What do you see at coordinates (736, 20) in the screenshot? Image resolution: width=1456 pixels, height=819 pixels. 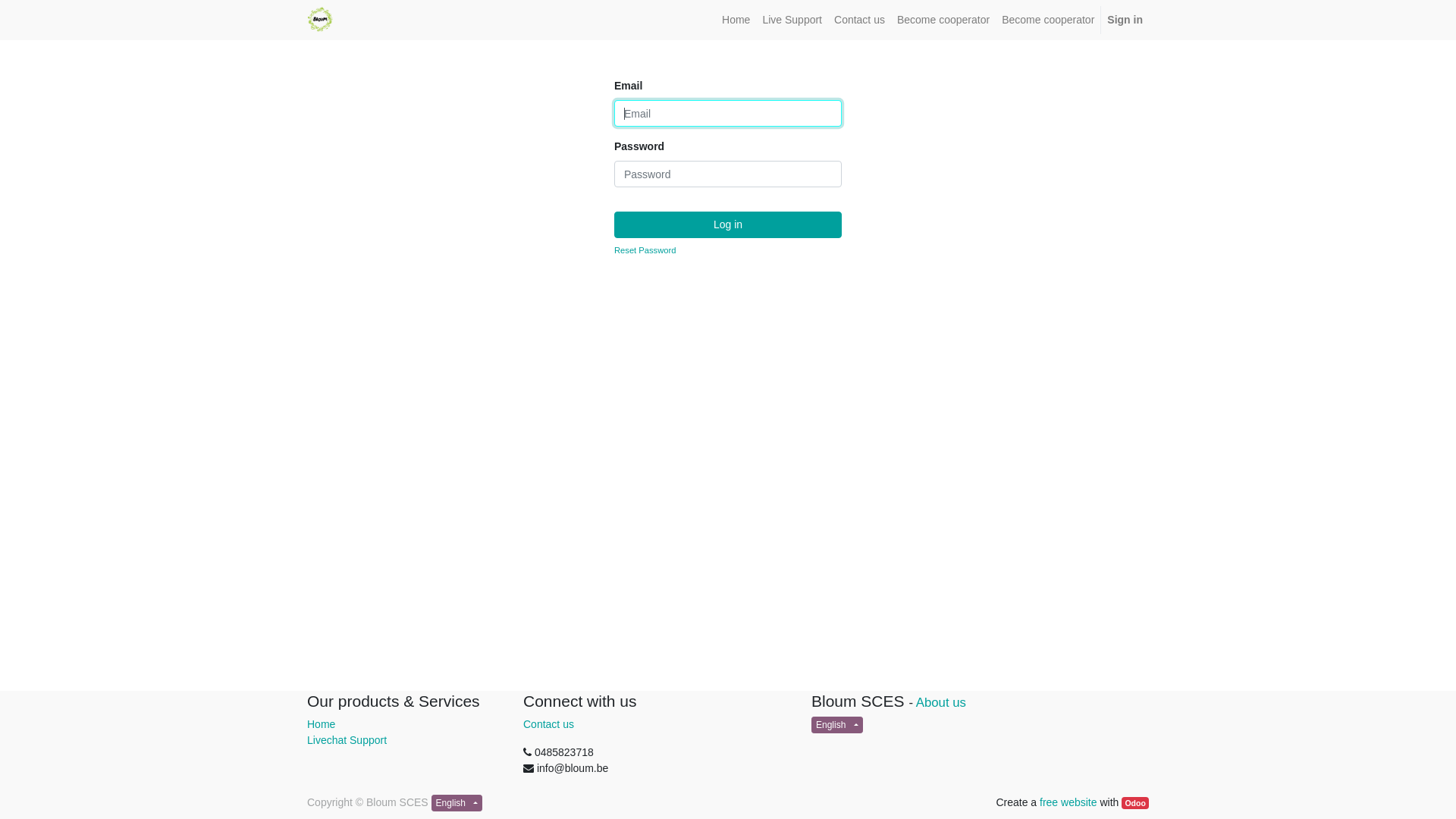 I see `'Home'` at bounding box center [736, 20].